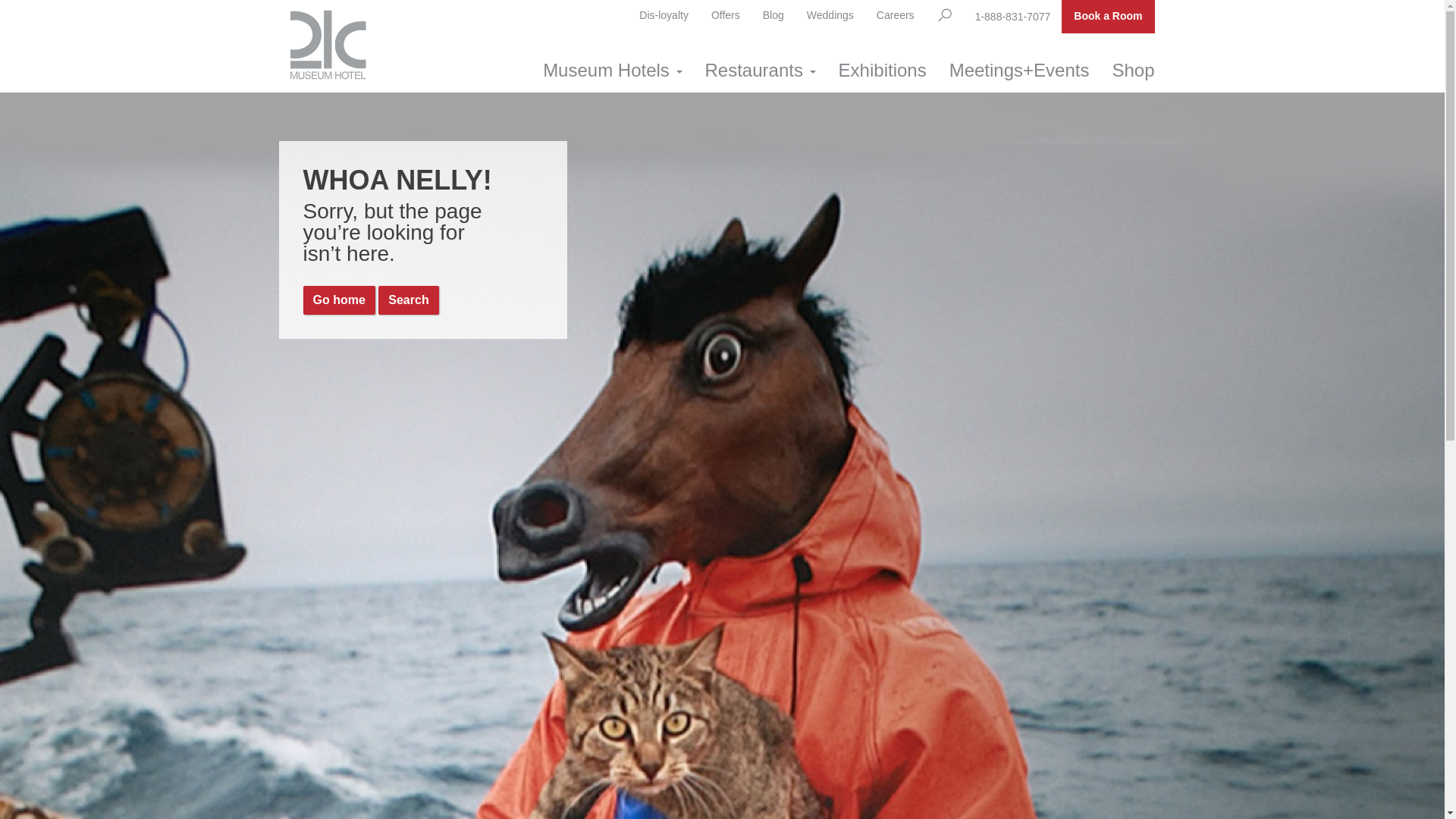 This screenshot has width=1456, height=819. Describe the element at coordinates (724, 15) in the screenshot. I see `'Offers'` at that location.